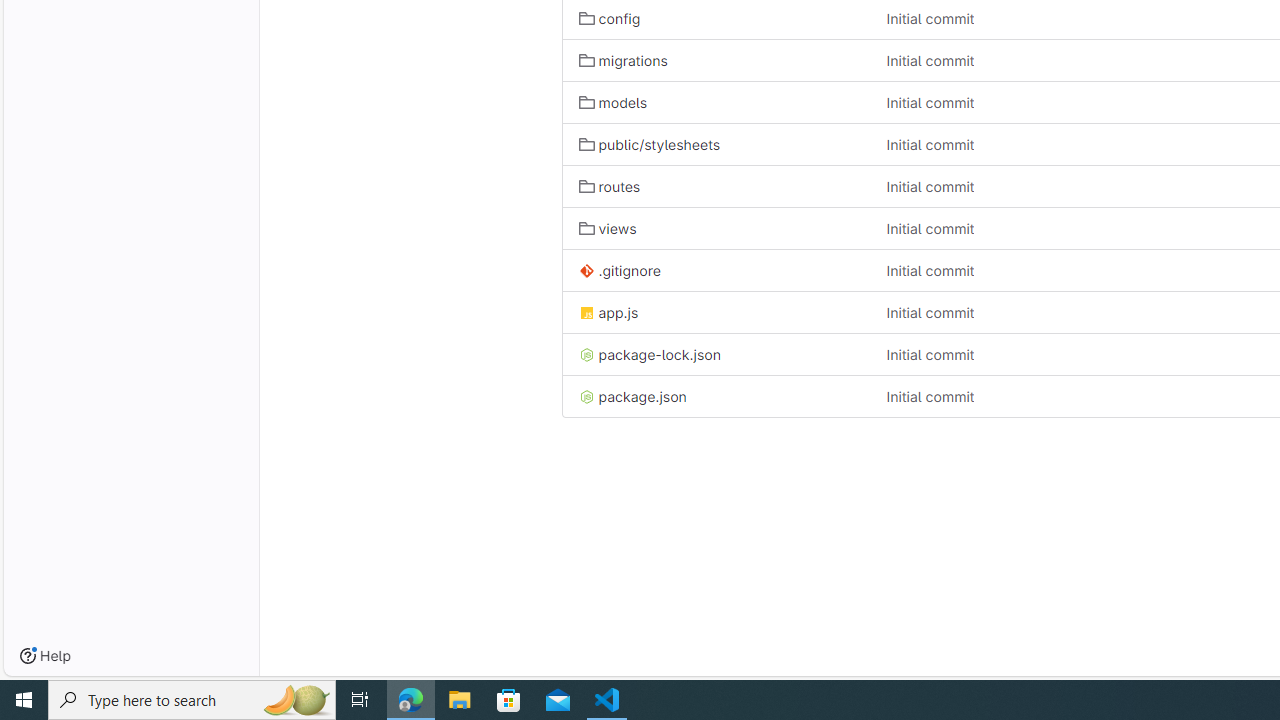 The image size is (1280, 720). Describe the element at coordinates (631, 397) in the screenshot. I see `'package.json'` at that location.